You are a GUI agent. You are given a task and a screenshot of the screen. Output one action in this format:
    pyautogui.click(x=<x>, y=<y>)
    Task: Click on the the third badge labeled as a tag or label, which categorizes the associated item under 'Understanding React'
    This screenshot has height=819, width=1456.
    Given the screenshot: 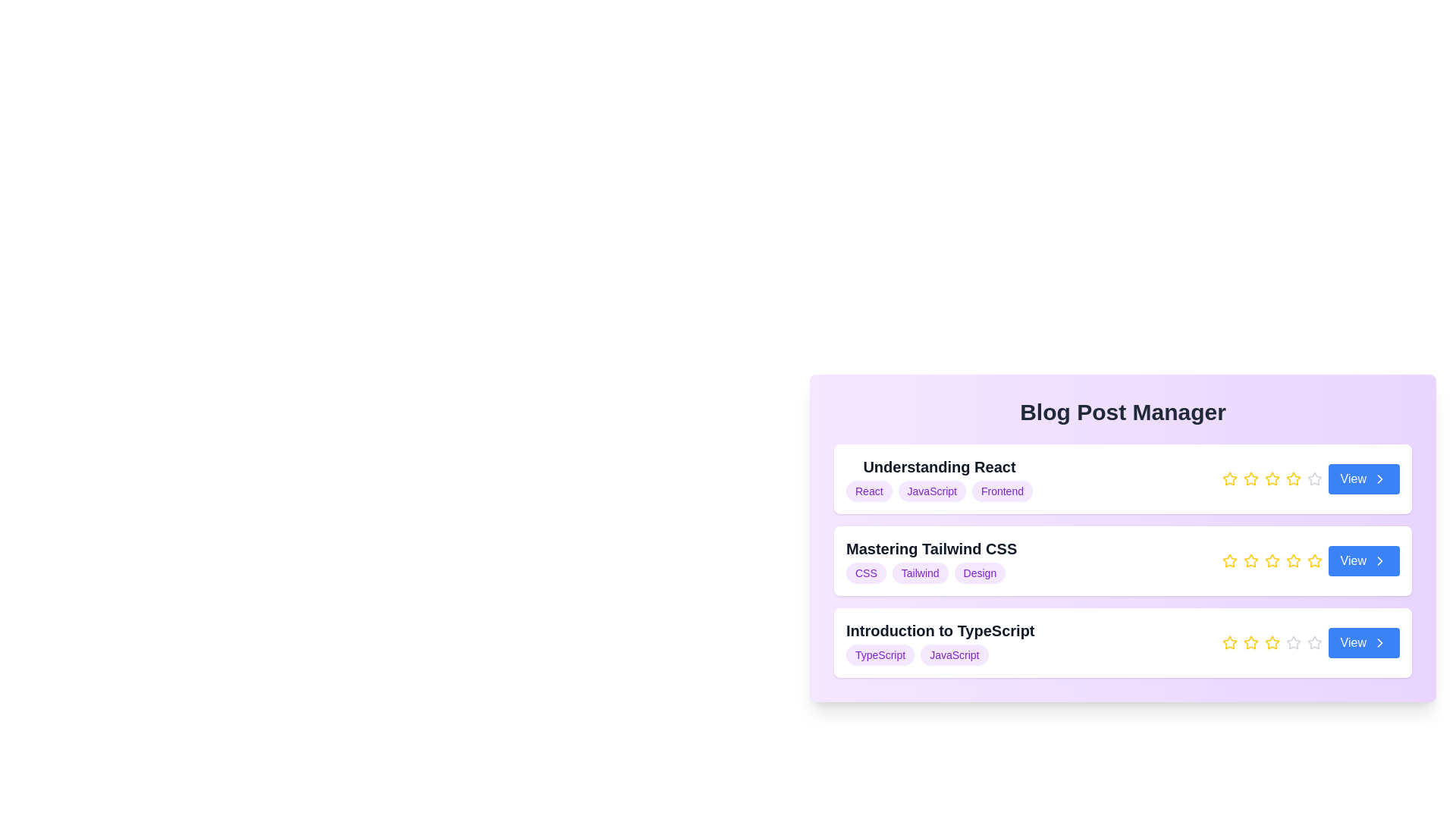 What is the action you would take?
    pyautogui.click(x=1002, y=491)
    